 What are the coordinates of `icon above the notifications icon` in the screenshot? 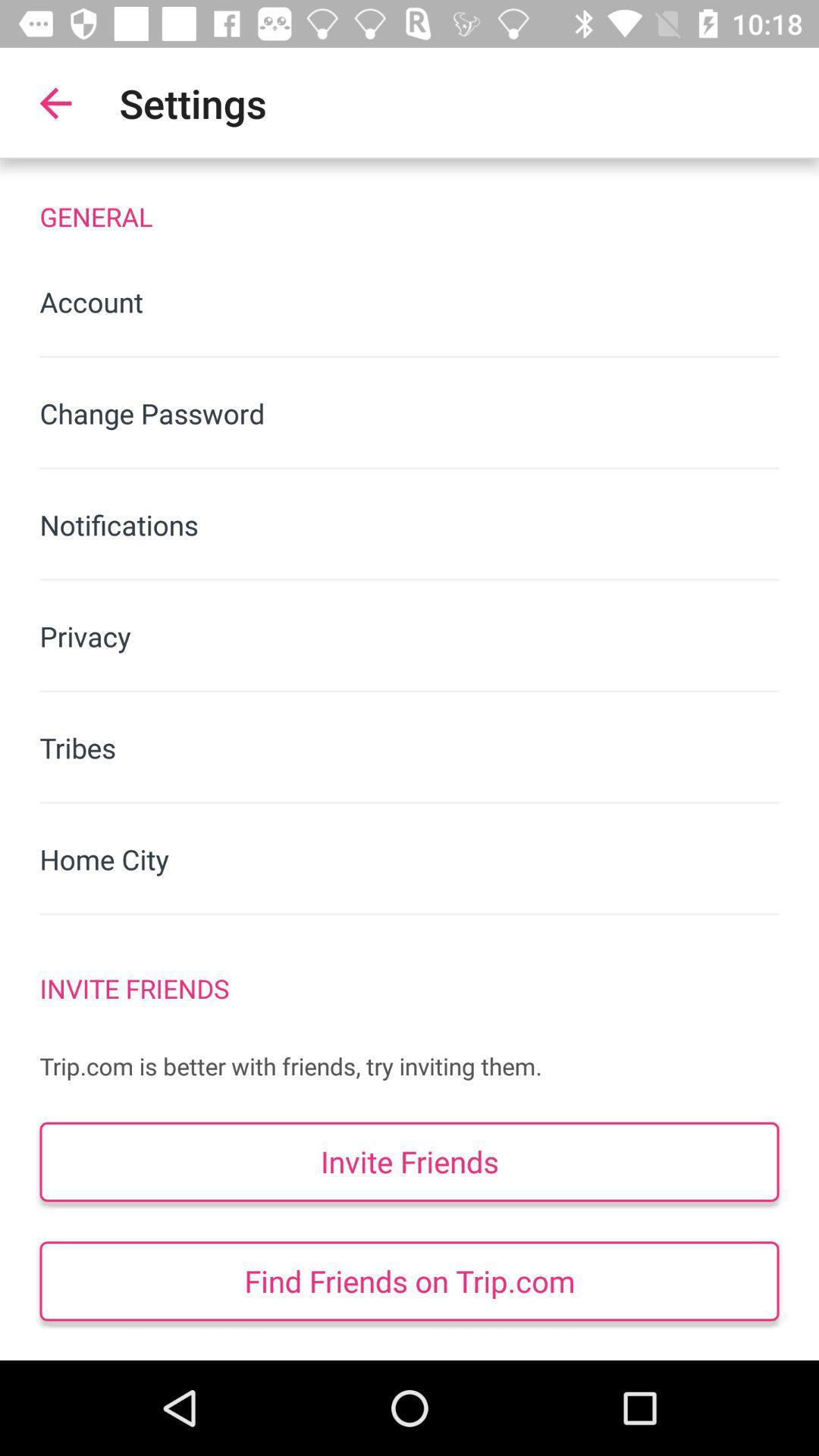 It's located at (409, 413).